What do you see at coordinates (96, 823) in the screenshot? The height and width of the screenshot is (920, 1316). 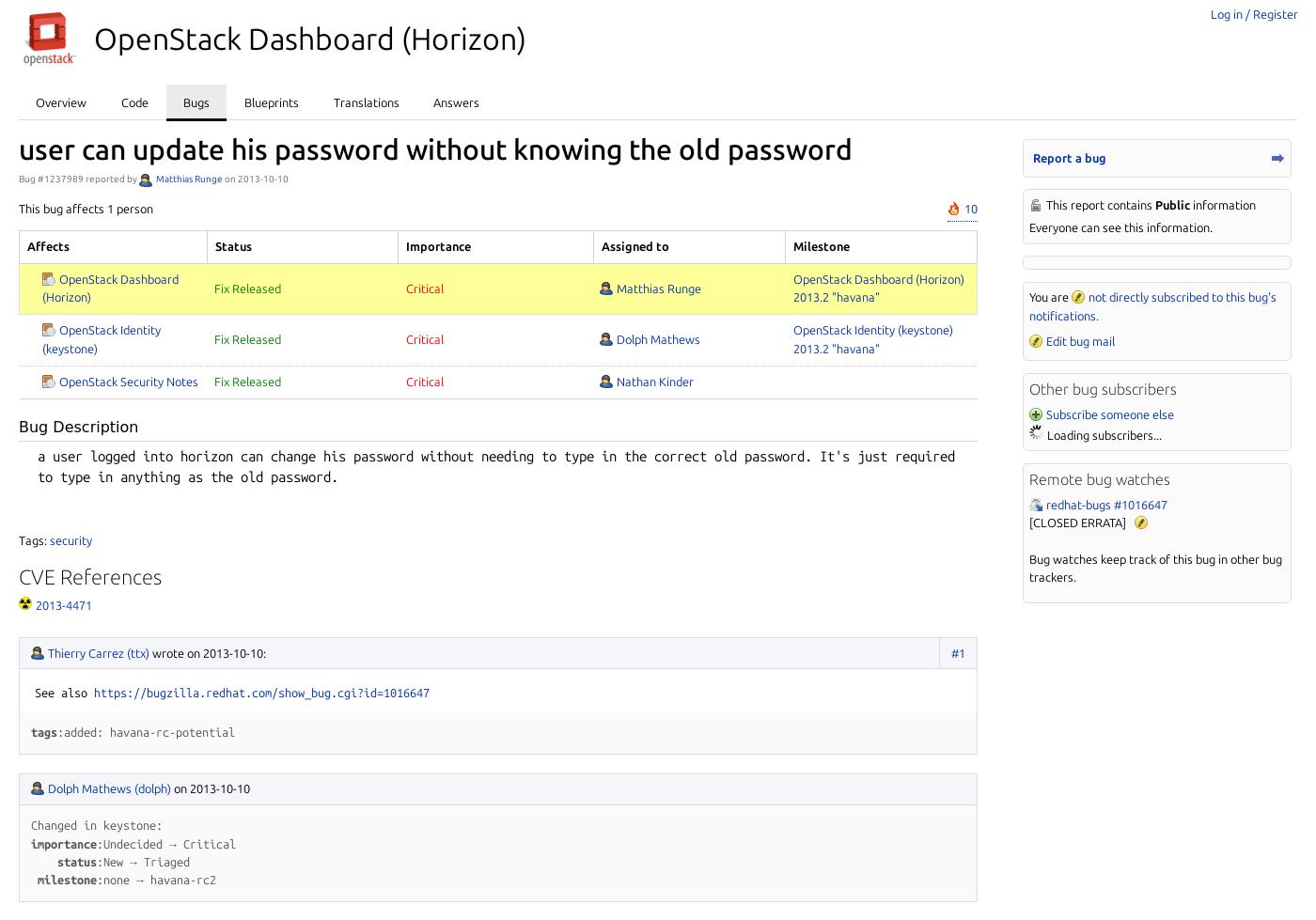 I see `'Changed in keystone:'` at bounding box center [96, 823].